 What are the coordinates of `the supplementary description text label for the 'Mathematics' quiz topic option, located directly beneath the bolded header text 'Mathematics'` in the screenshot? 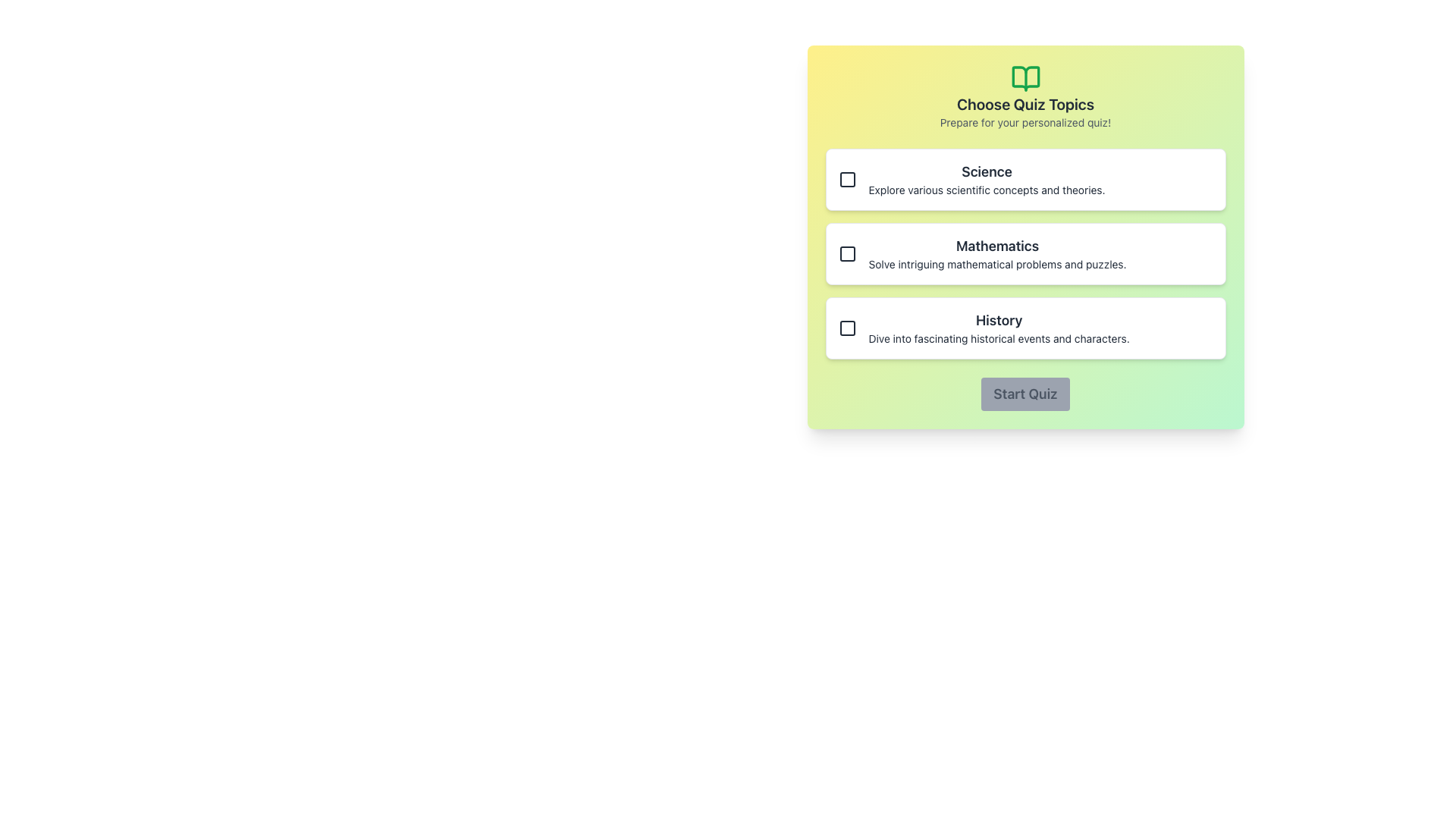 It's located at (997, 263).